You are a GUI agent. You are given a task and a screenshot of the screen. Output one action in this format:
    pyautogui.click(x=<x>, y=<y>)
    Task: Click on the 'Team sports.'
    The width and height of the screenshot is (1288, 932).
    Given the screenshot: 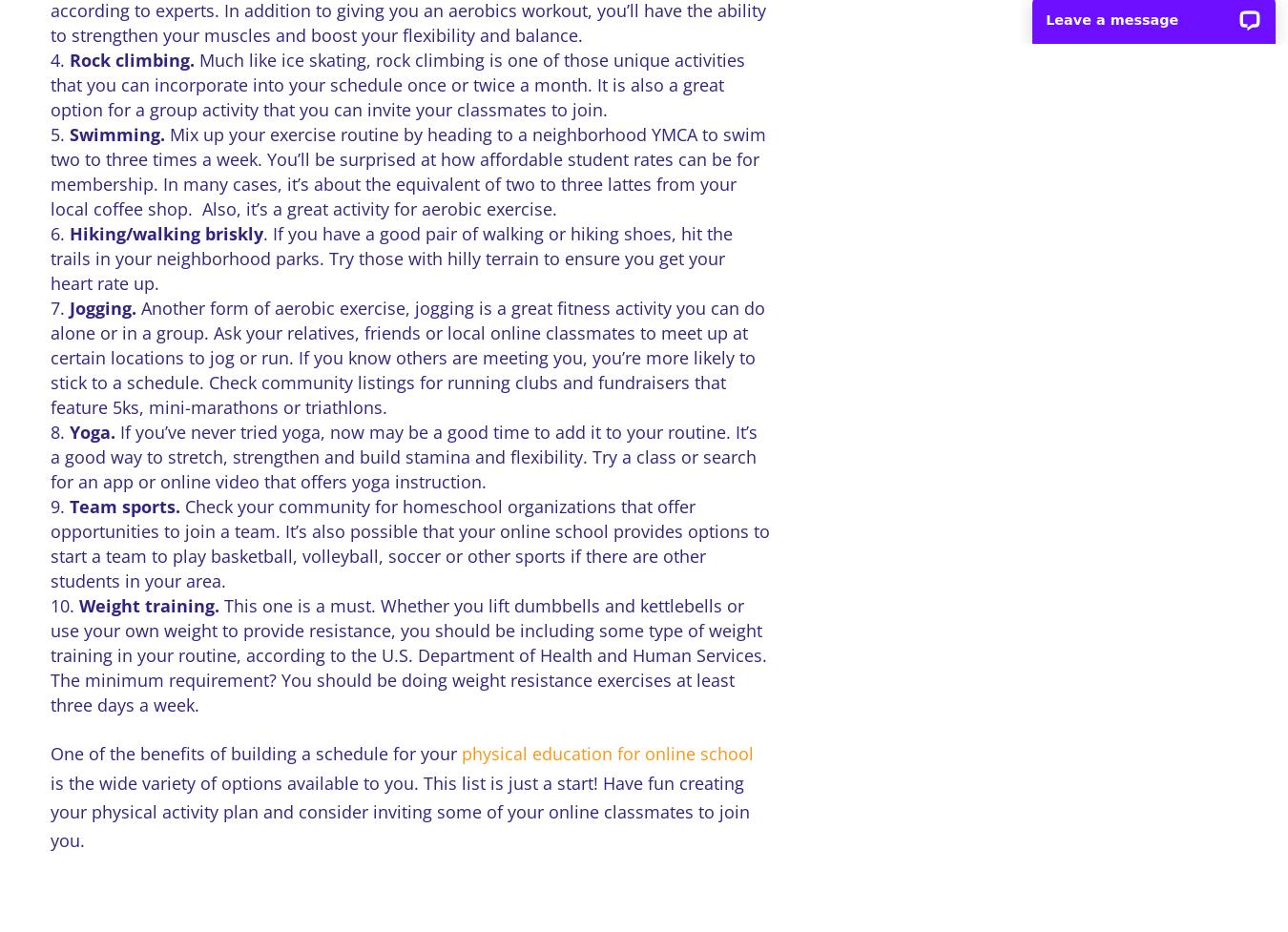 What is the action you would take?
    pyautogui.click(x=126, y=505)
    